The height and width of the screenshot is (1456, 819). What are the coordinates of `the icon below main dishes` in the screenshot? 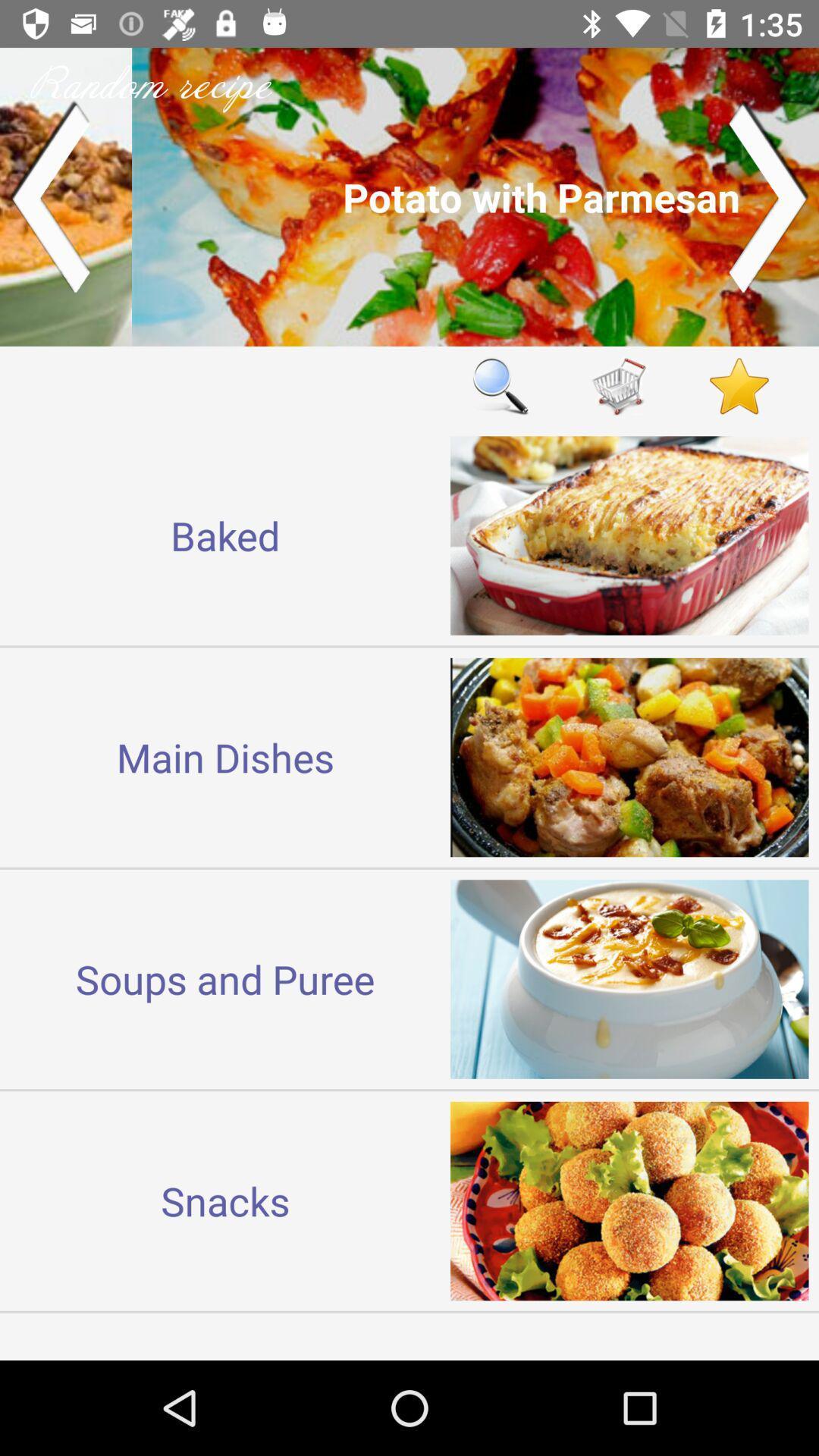 It's located at (225, 979).